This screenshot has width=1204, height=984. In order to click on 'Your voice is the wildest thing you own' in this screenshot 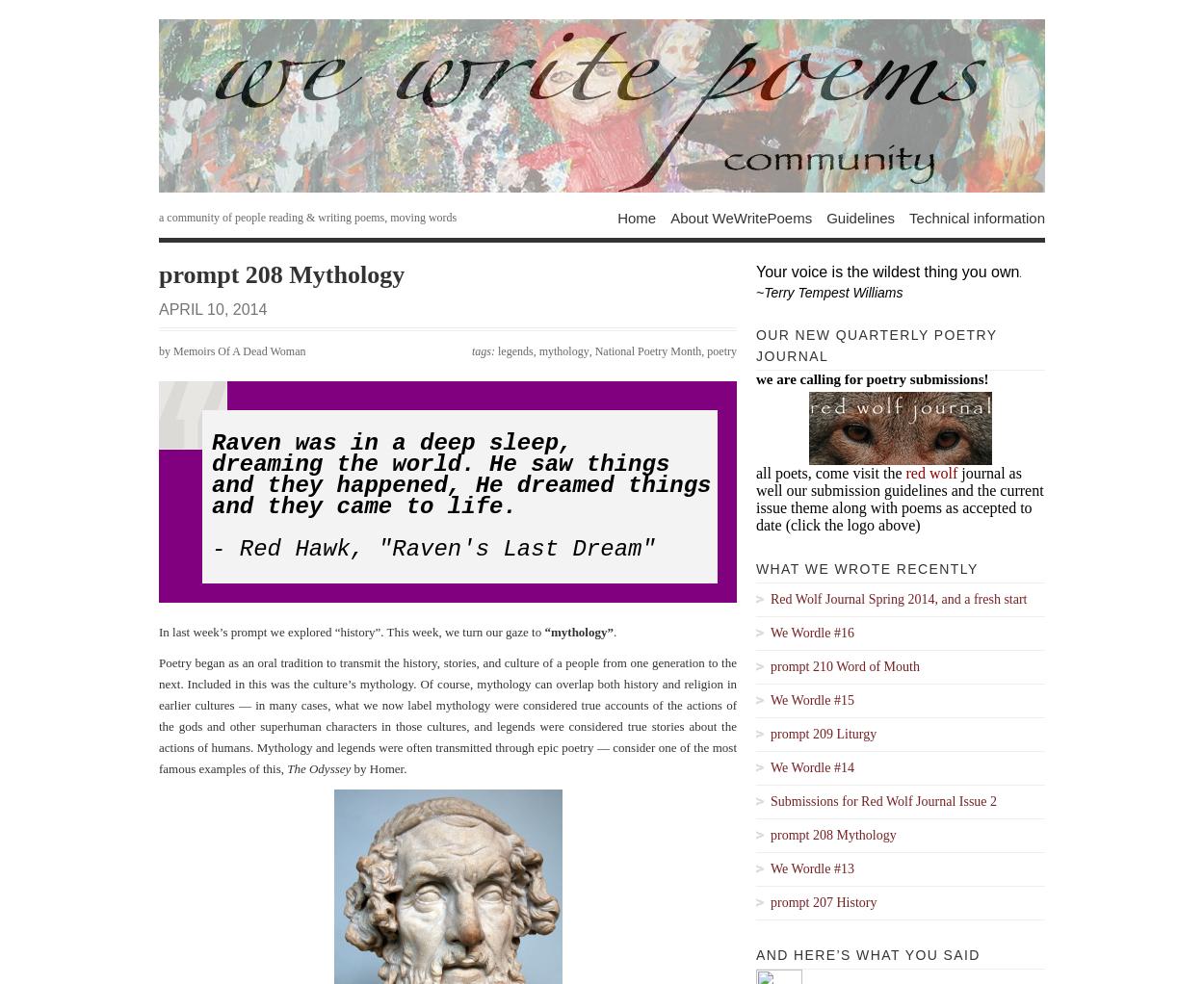, I will do `click(887, 272)`.